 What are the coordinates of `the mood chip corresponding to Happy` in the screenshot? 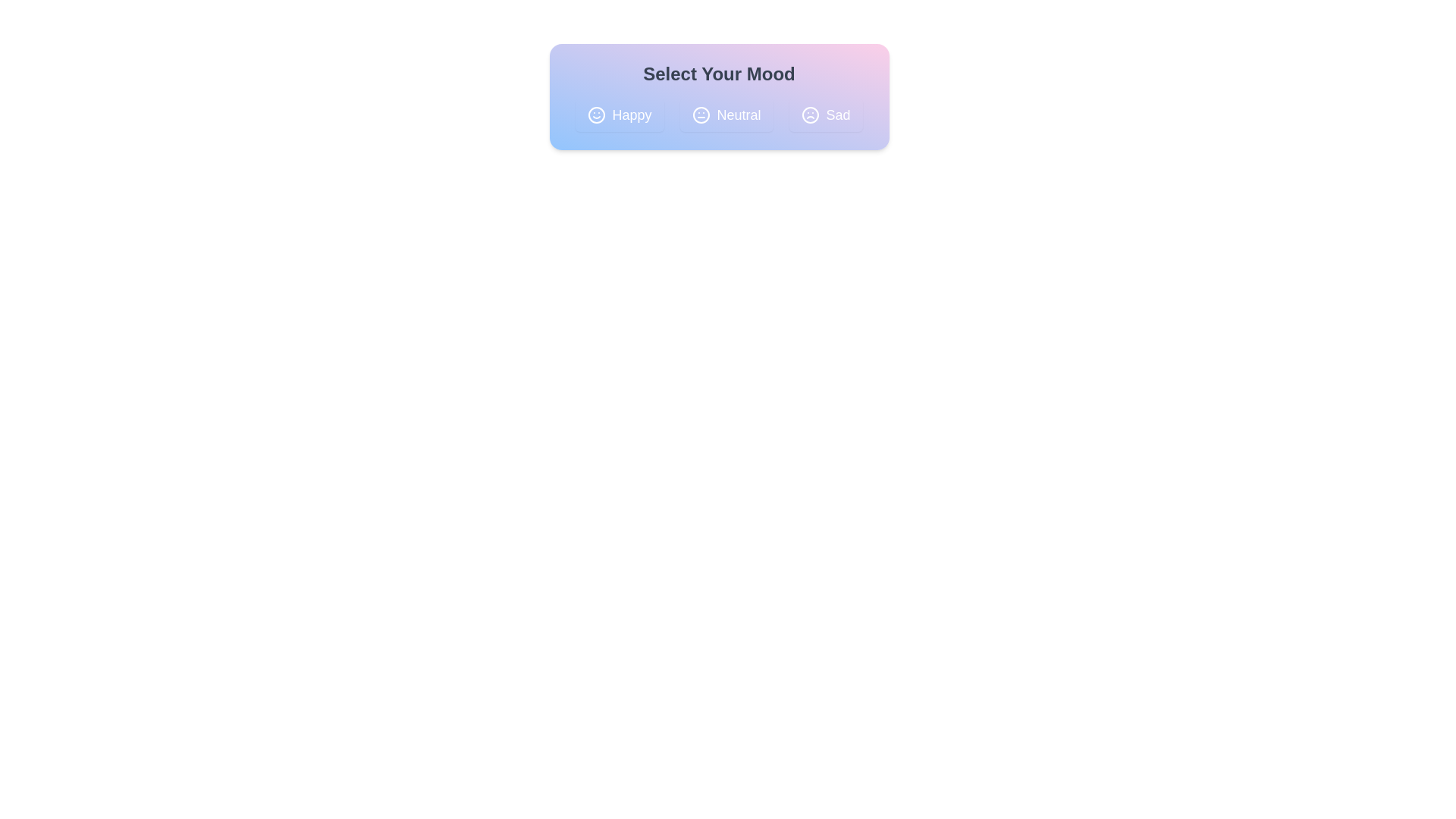 It's located at (620, 114).